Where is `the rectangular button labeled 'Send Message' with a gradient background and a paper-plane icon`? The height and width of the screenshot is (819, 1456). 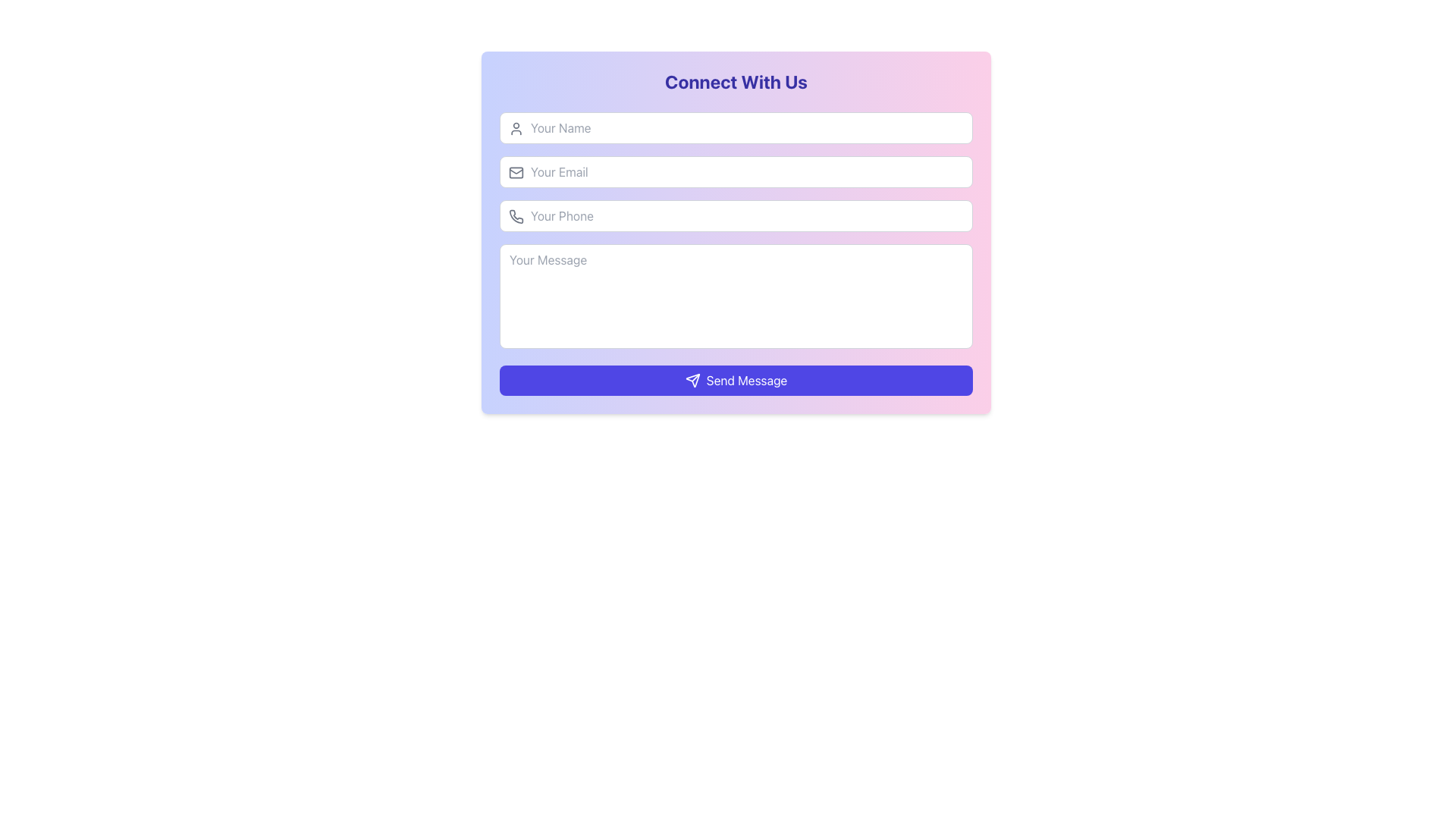
the rectangular button labeled 'Send Message' with a gradient background and a paper-plane icon is located at coordinates (736, 379).